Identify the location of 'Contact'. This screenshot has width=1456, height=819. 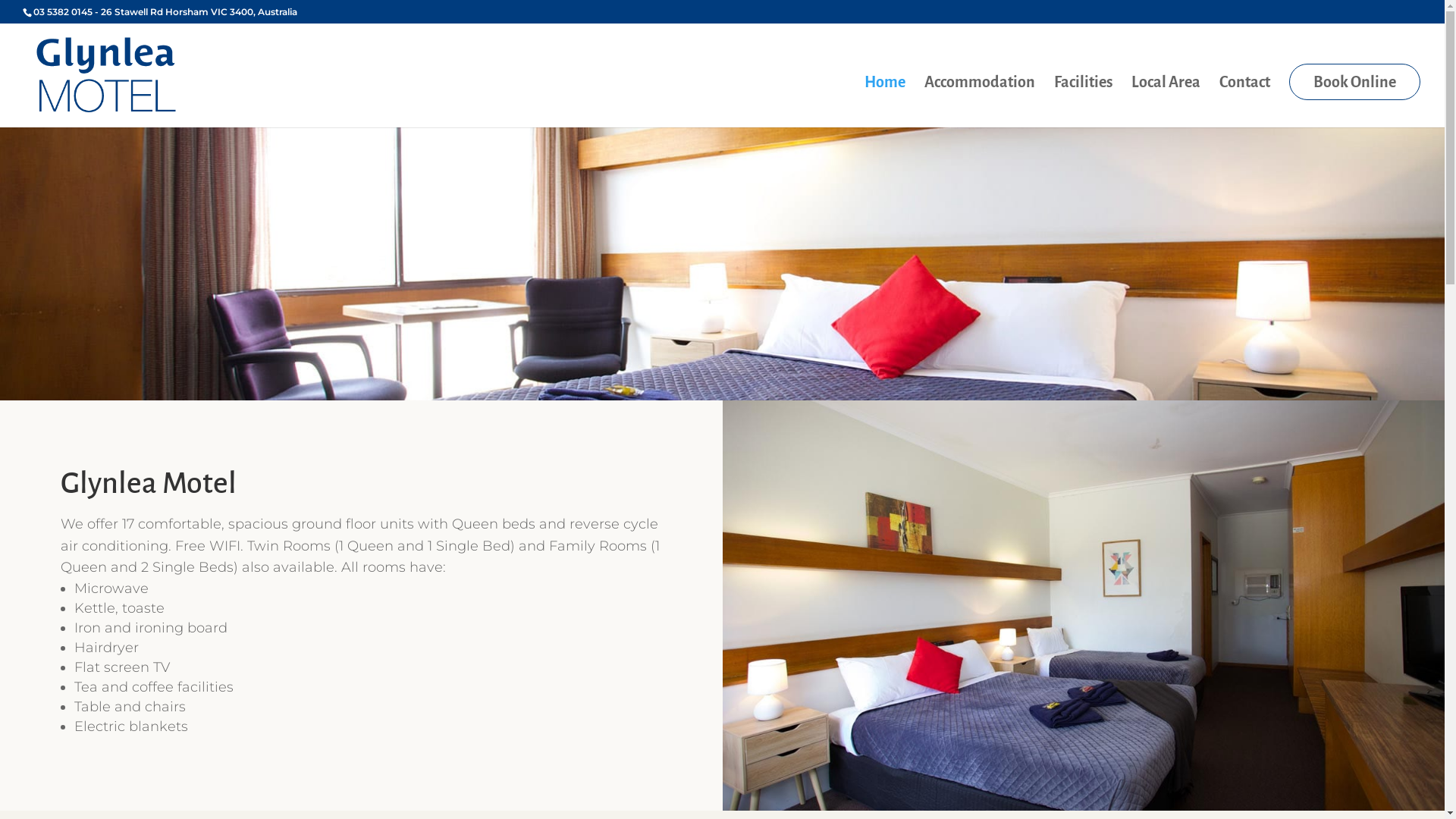
(1219, 102).